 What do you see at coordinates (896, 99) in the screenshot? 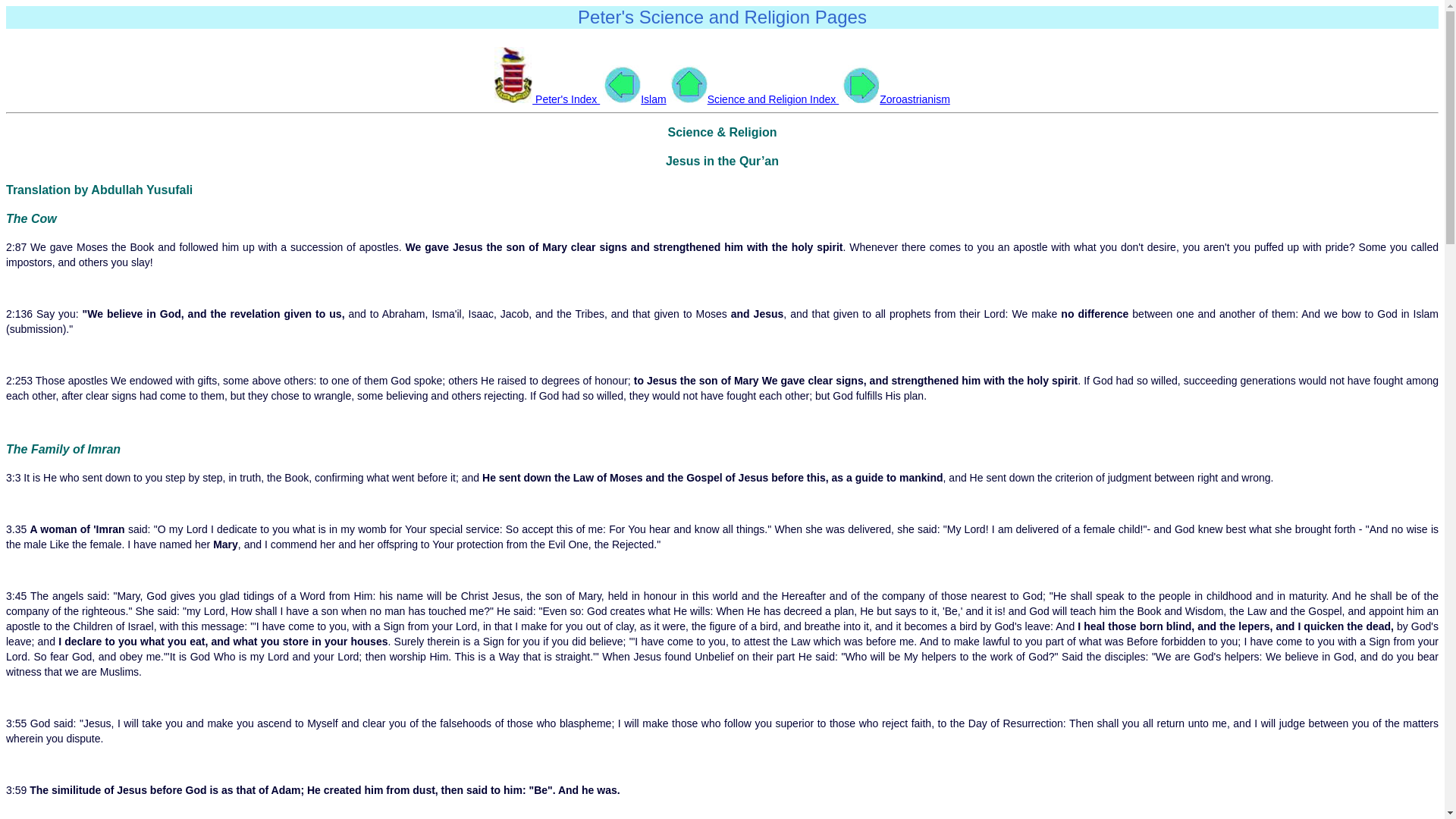
I see `'Zoroastrianism'` at bounding box center [896, 99].